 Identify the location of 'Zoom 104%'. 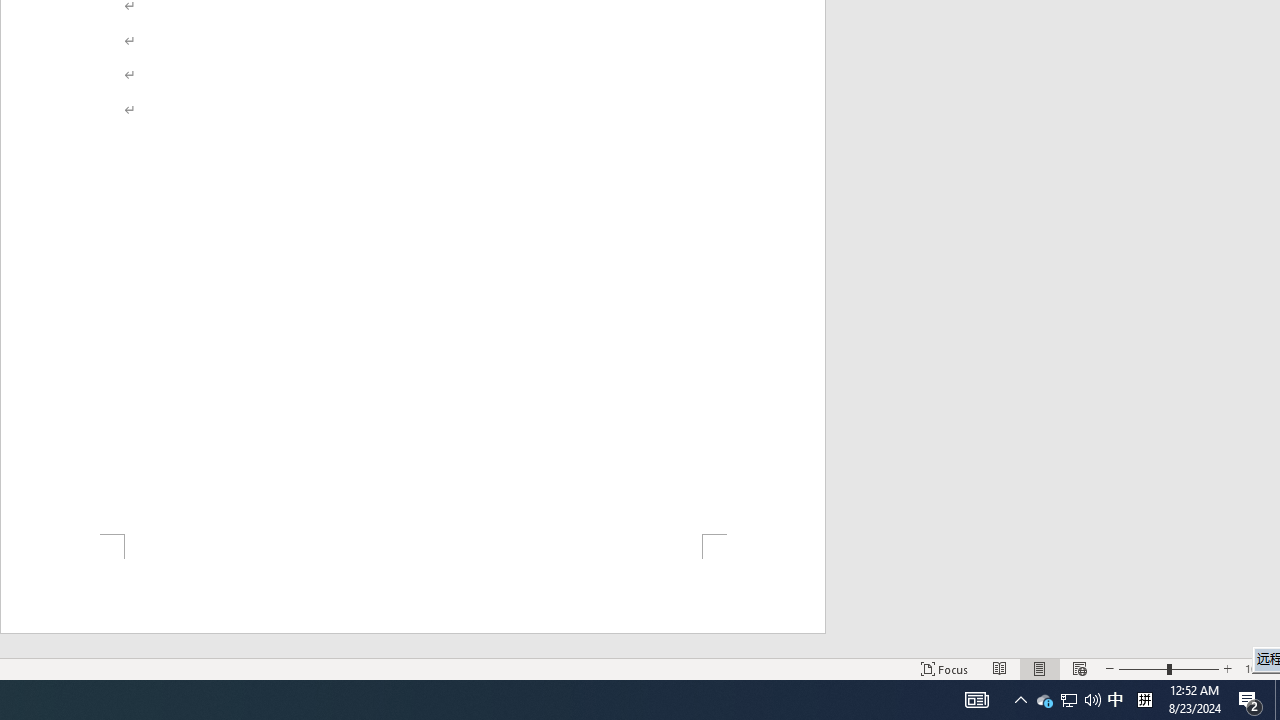
(1257, 669).